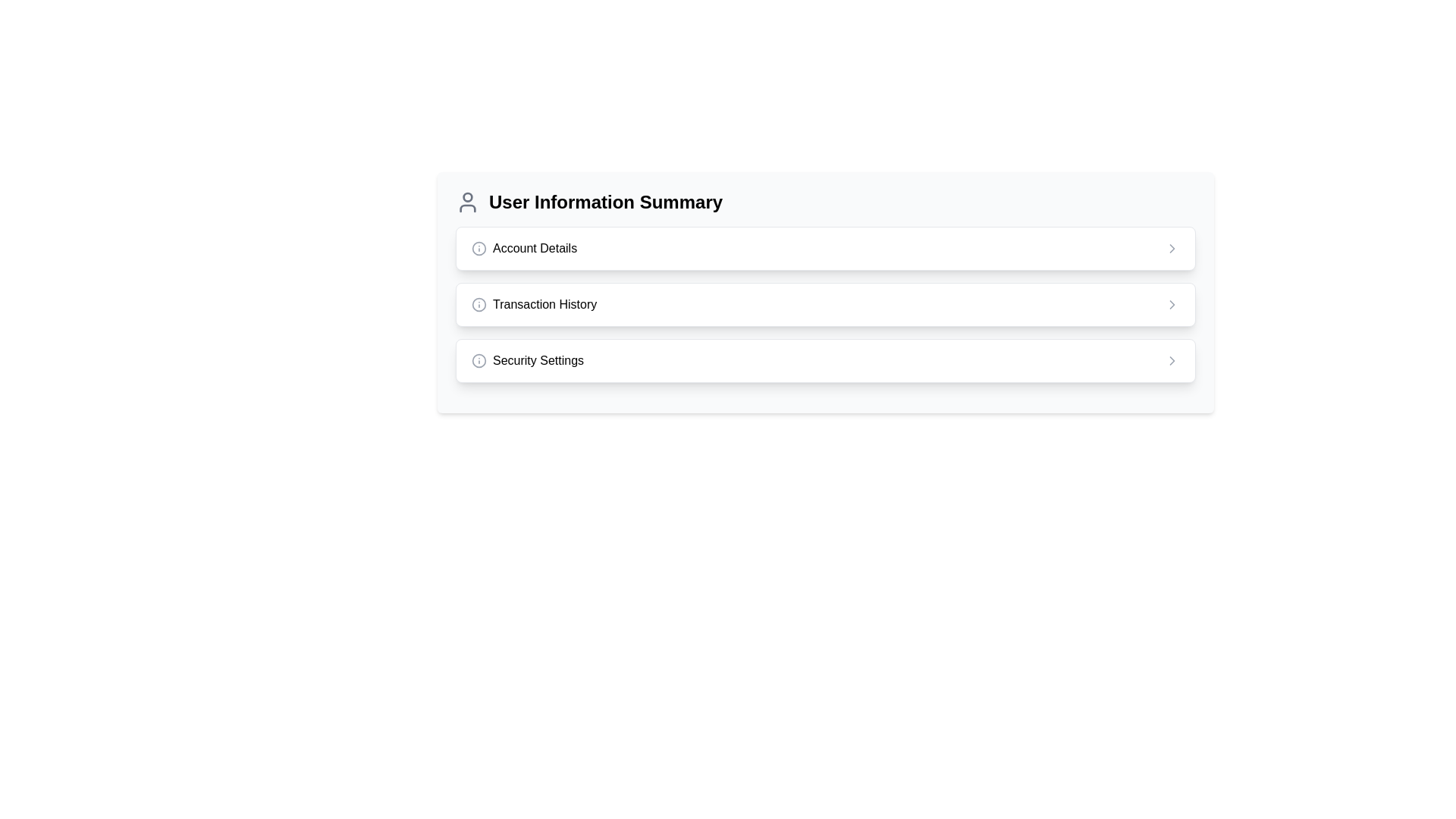 The width and height of the screenshot is (1456, 819). What do you see at coordinates (1171, 304) in the screenshot?
I see `the chevron-shaped right arrow icon located at the right end of the 'Security Settings' list item in the 'User Information Summary' section` at bounding box center [1171, 304].